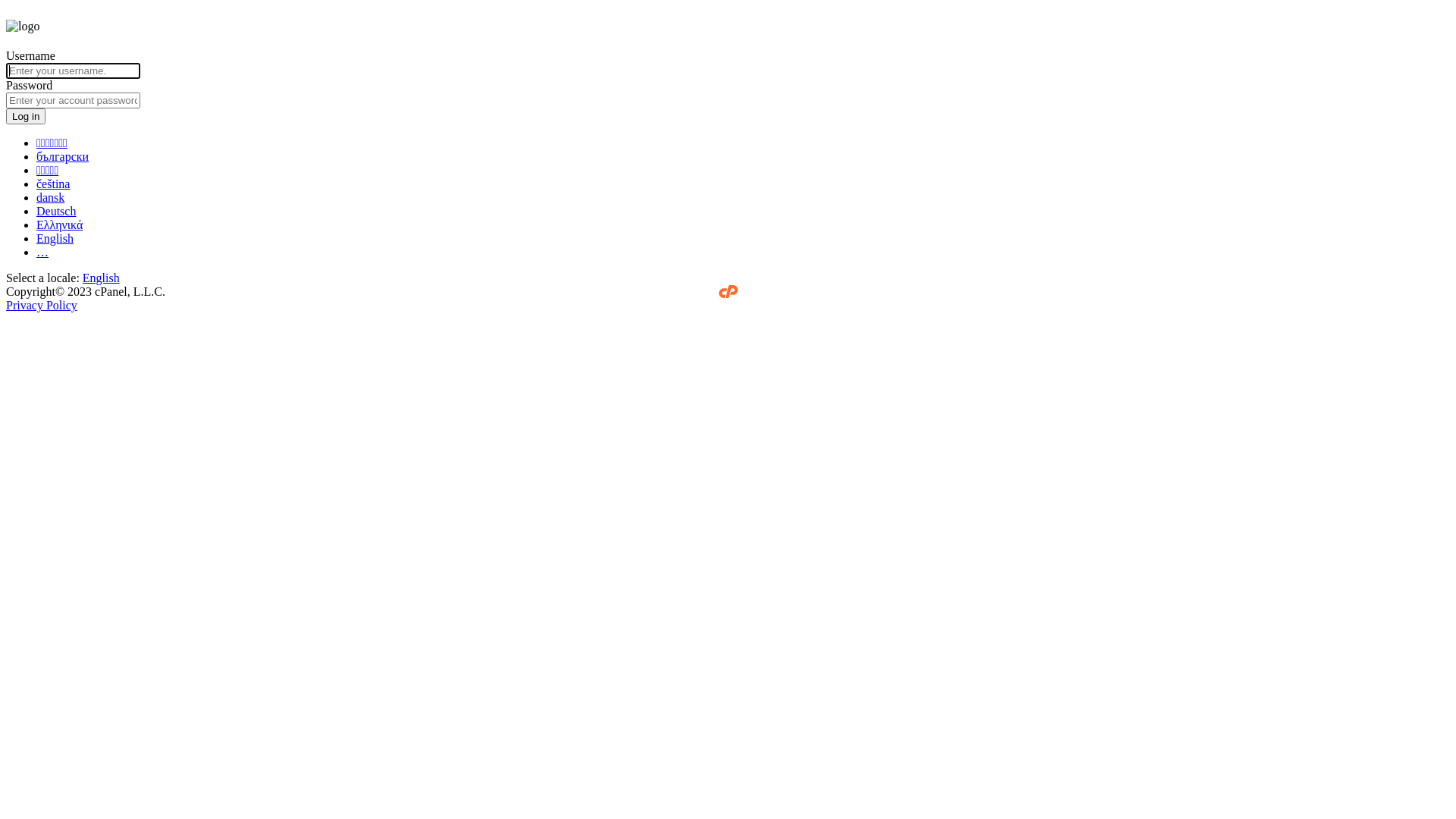  I want to click on 'English', so click(100, 278).